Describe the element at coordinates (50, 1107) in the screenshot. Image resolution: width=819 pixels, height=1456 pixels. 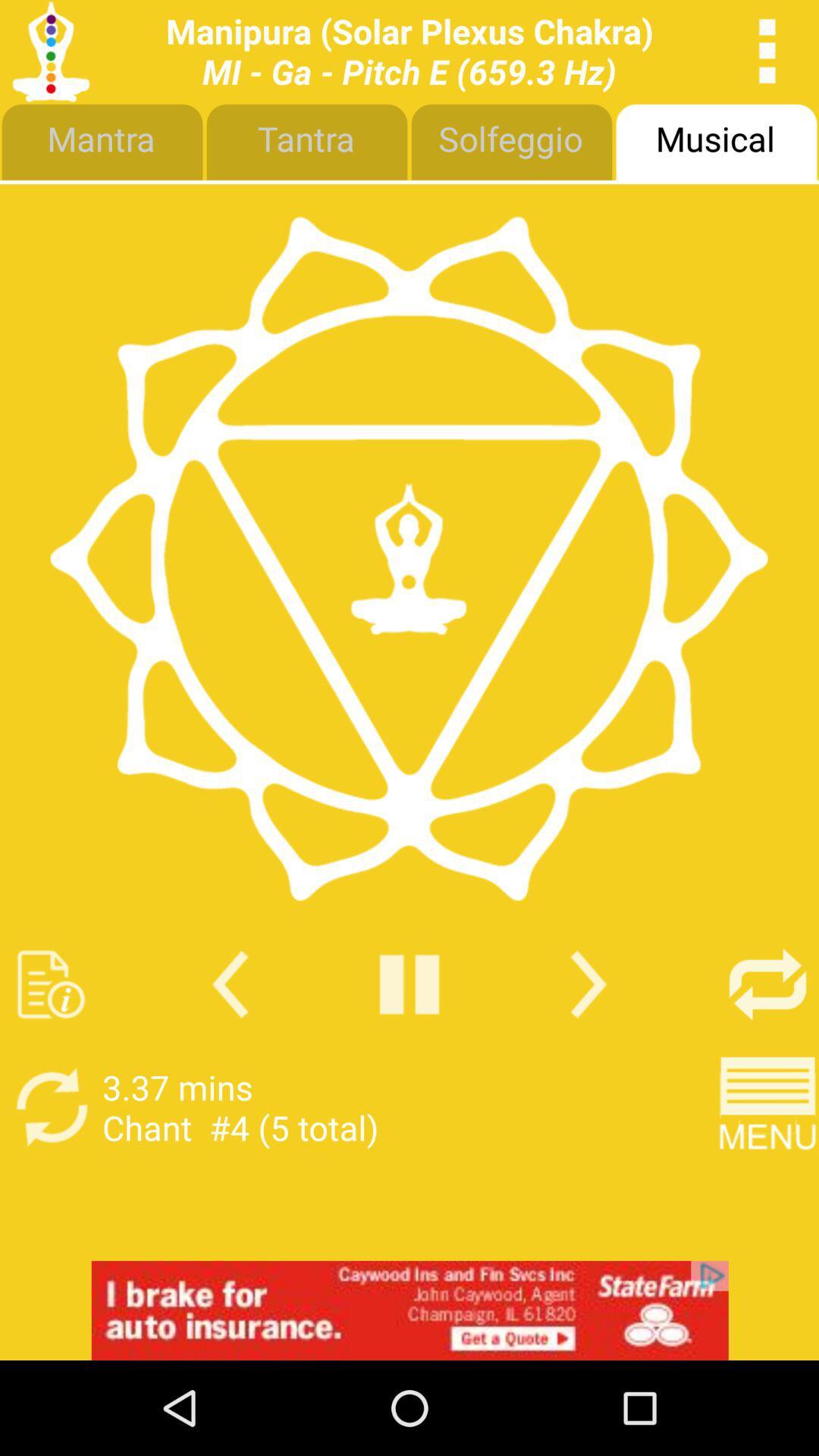
I see `repeat song` at that location.